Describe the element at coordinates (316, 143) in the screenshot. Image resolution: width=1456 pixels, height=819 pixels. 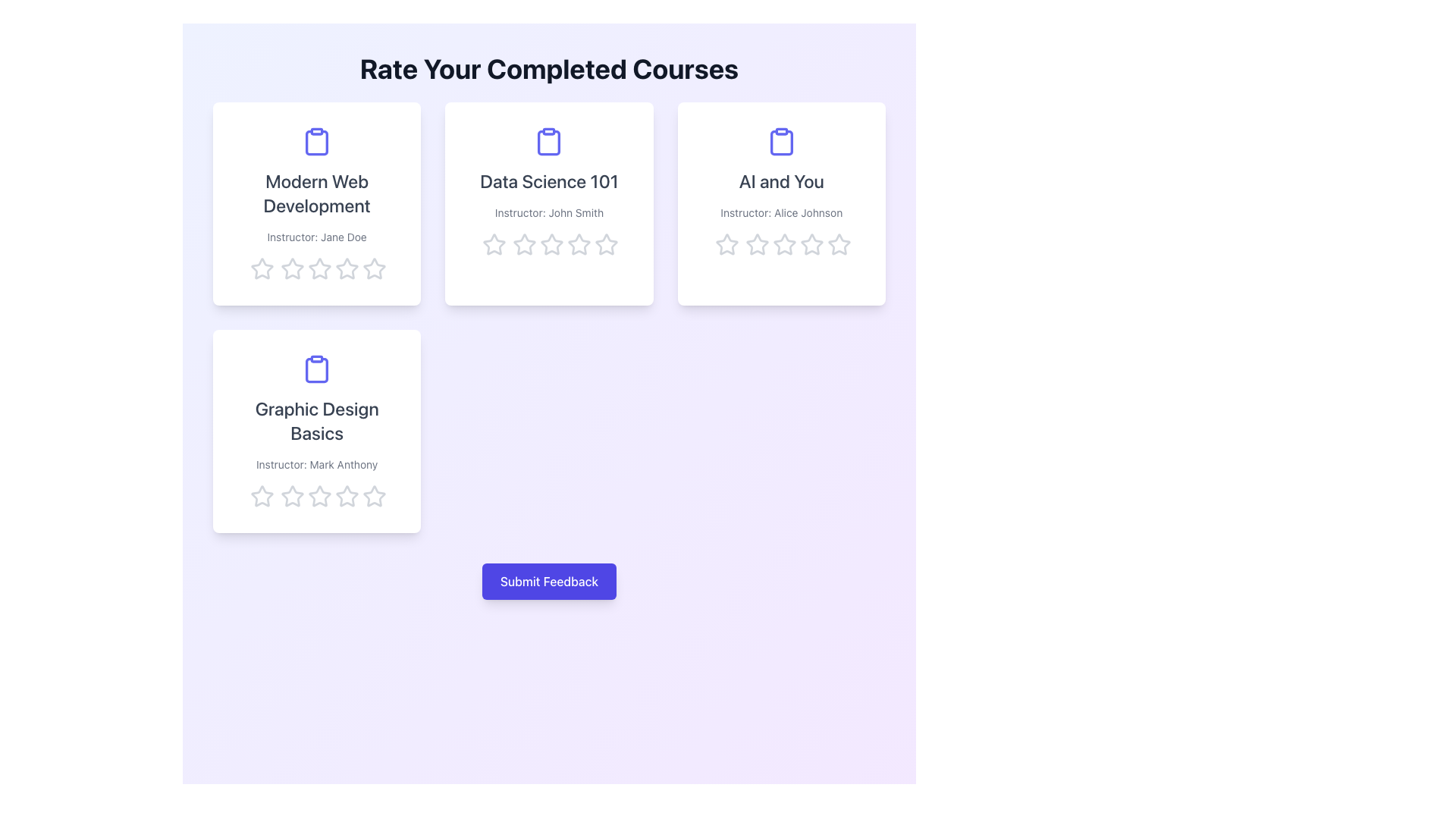
I see `the icon representing a category related to the card's subject, located in the top-left card of a 2x2 grid, above the text 'Modern Web Development'` at that location.